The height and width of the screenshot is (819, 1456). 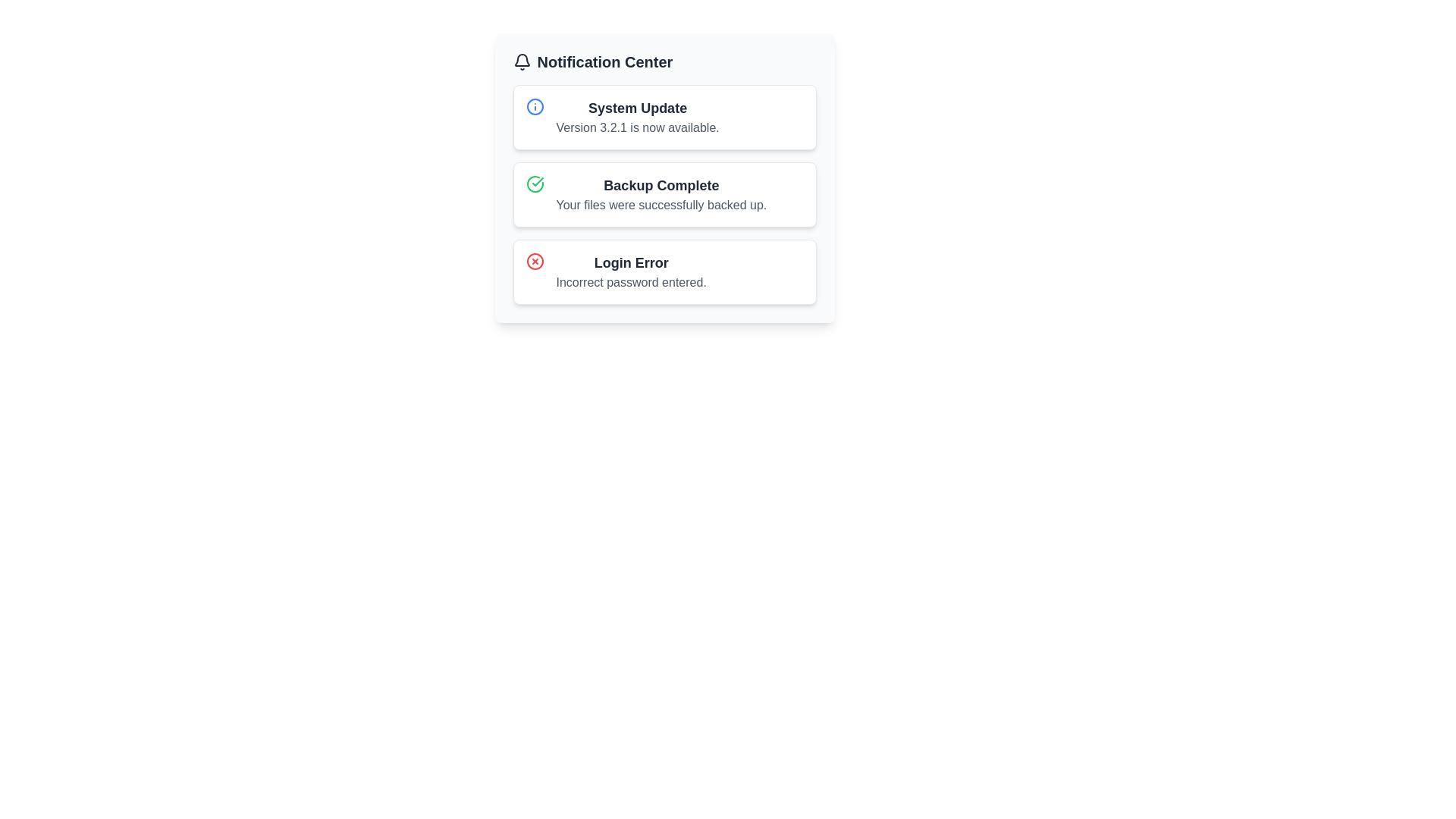 What do you see at coordinates (535, 184) in the screenshot?
I see `the green checkmark icon in the 'Backup Complete' notification panel, which is positioned to the left of the notification text` at bounding box center [535, 184].